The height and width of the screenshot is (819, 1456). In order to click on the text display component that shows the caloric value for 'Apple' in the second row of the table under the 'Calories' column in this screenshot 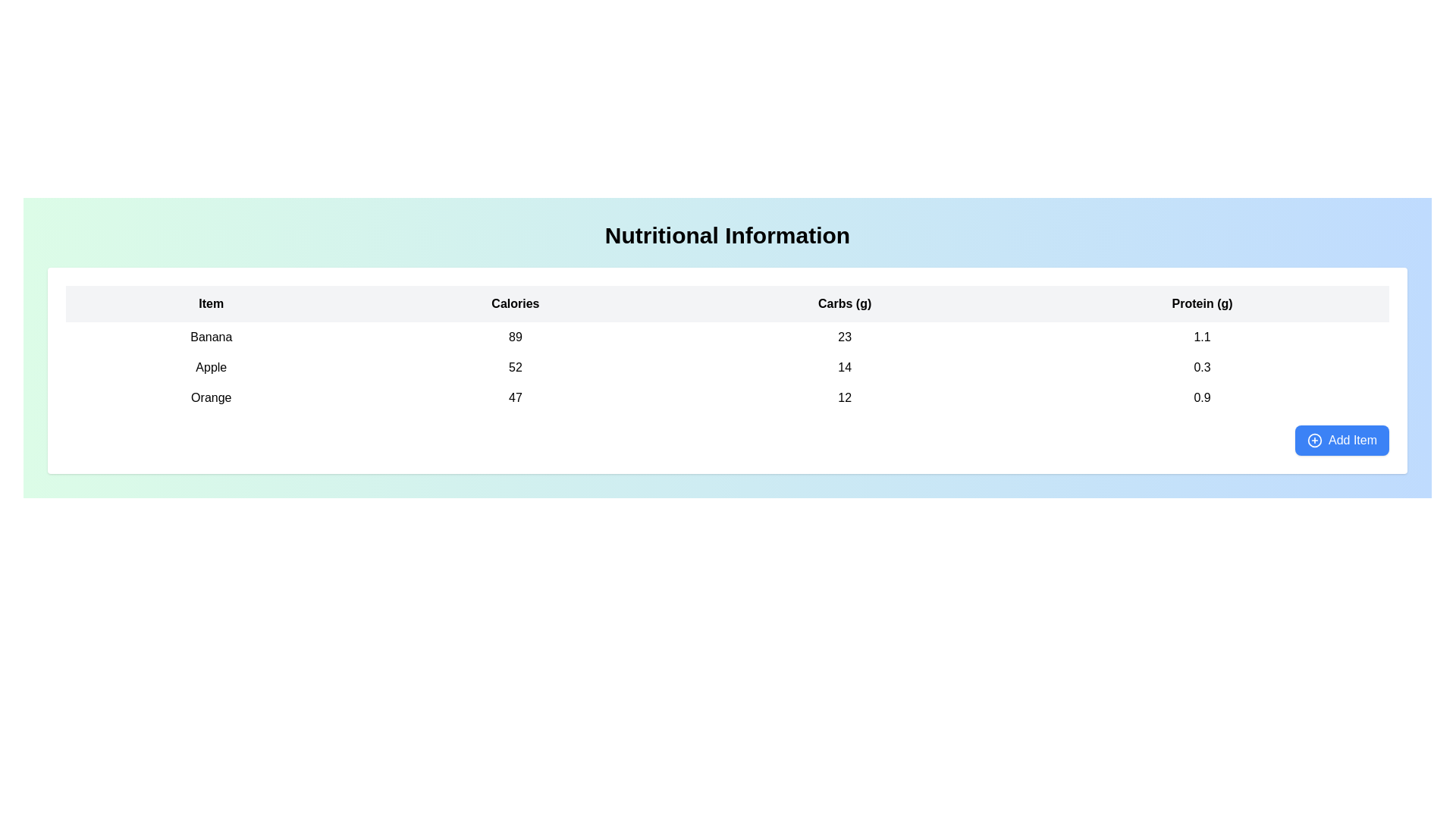, I will do `click(515, 368)`.